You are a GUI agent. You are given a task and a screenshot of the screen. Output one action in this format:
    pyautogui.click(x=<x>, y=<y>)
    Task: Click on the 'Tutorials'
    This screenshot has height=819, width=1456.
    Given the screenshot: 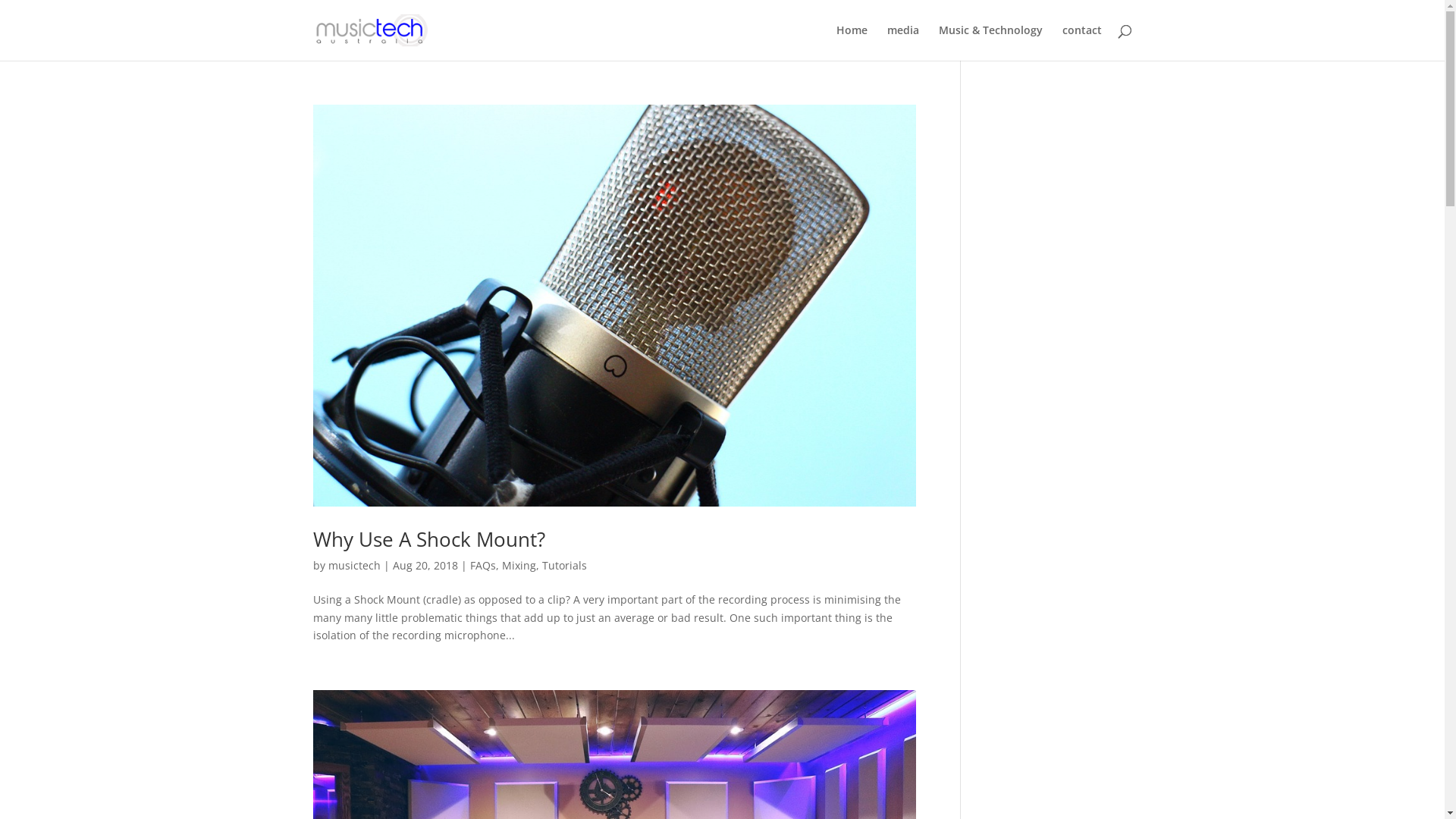 What is the action you would take?
    pyautogui.click(x=563, y=565)
    